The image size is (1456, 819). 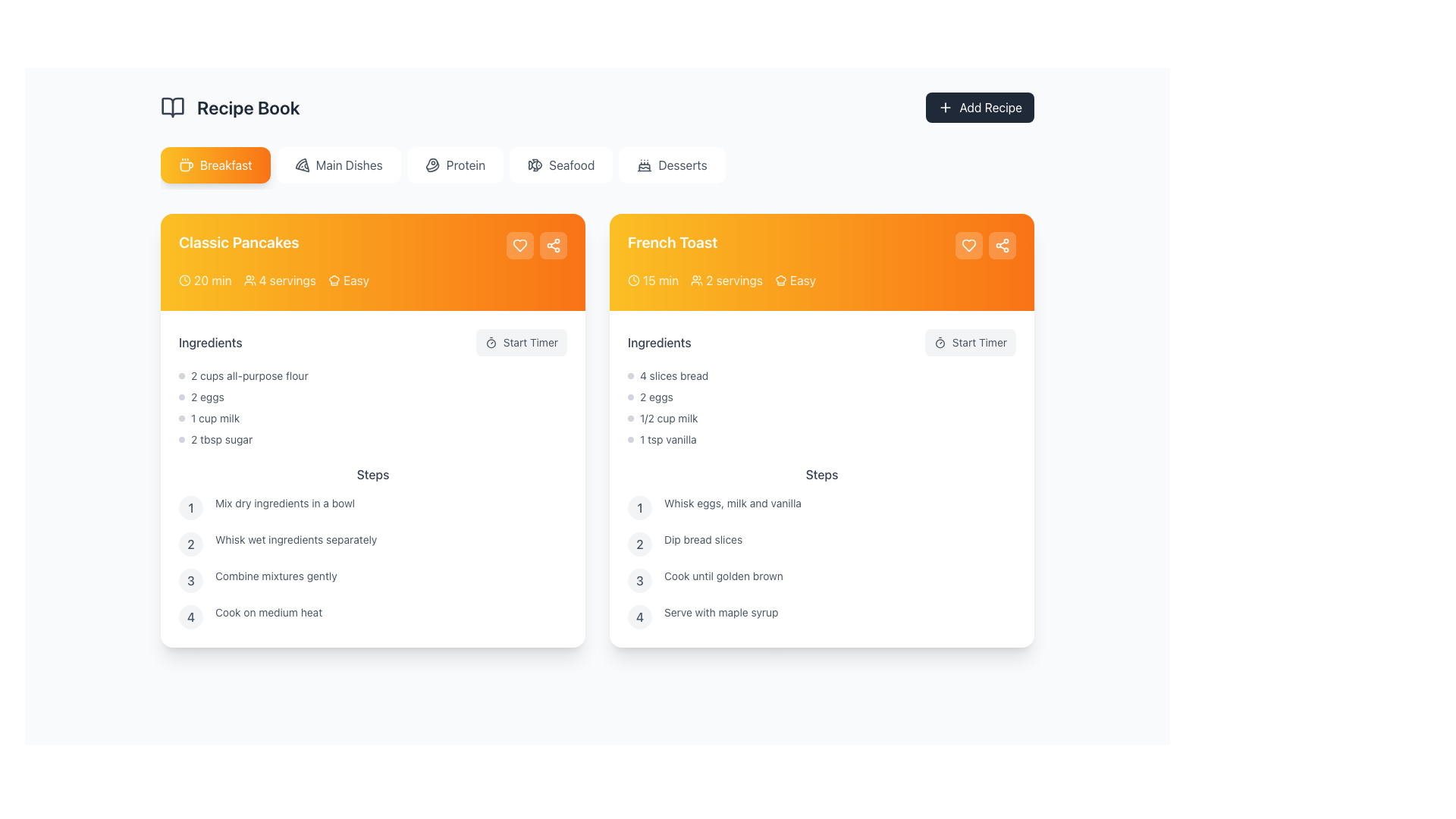 What do you see at coordinates (969, 342) in the screenshot?
I see `the 'Start Timer' button, which features a stopwatch icon and is located to the right of the 'Ingredients' label in the 'French Toast' recipe section` at bounding box center [969, 342].